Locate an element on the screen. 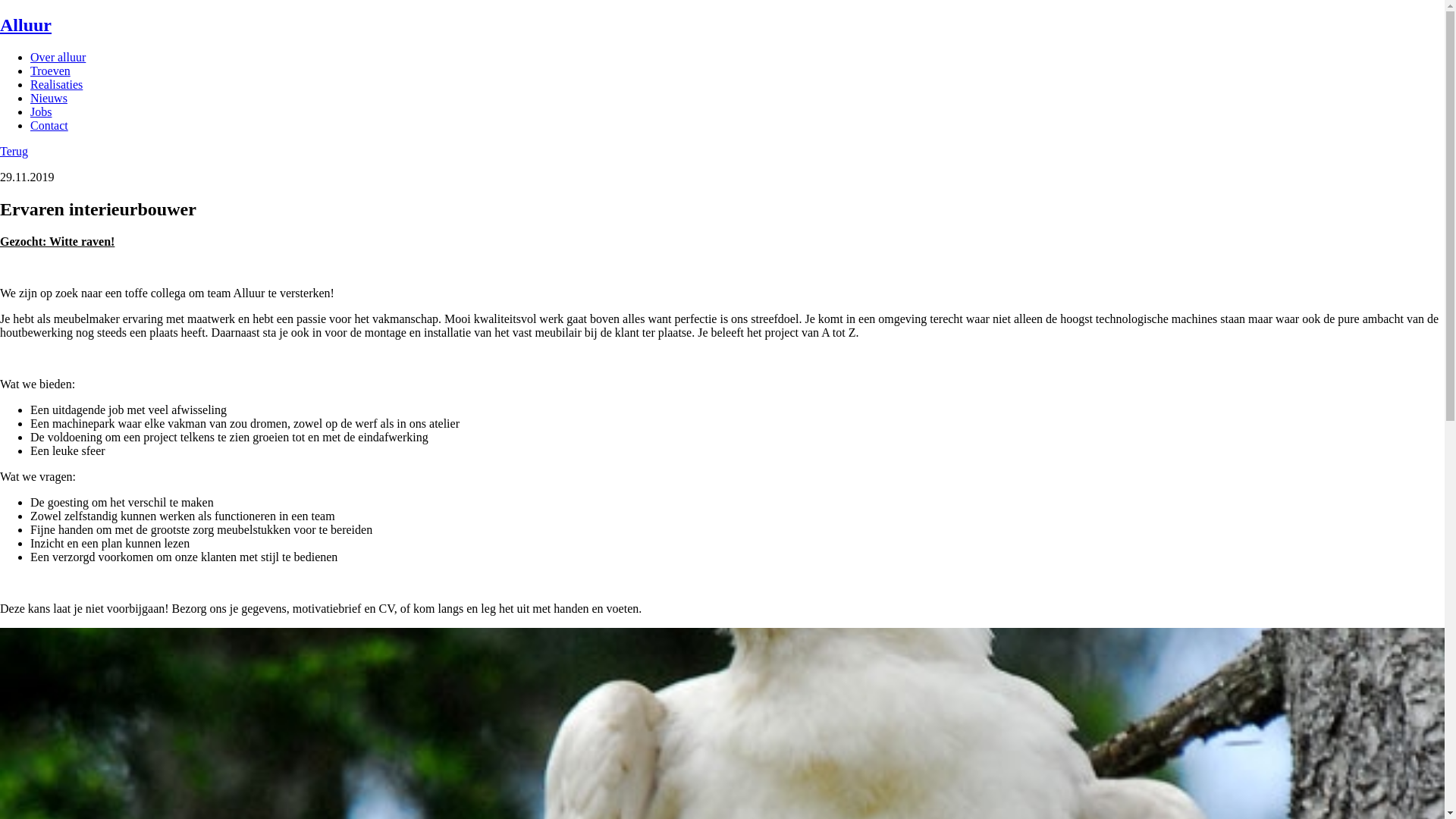 The width and height of the screenshot is (1456, 819). 'Terug' is located at coordinates (14, 151).